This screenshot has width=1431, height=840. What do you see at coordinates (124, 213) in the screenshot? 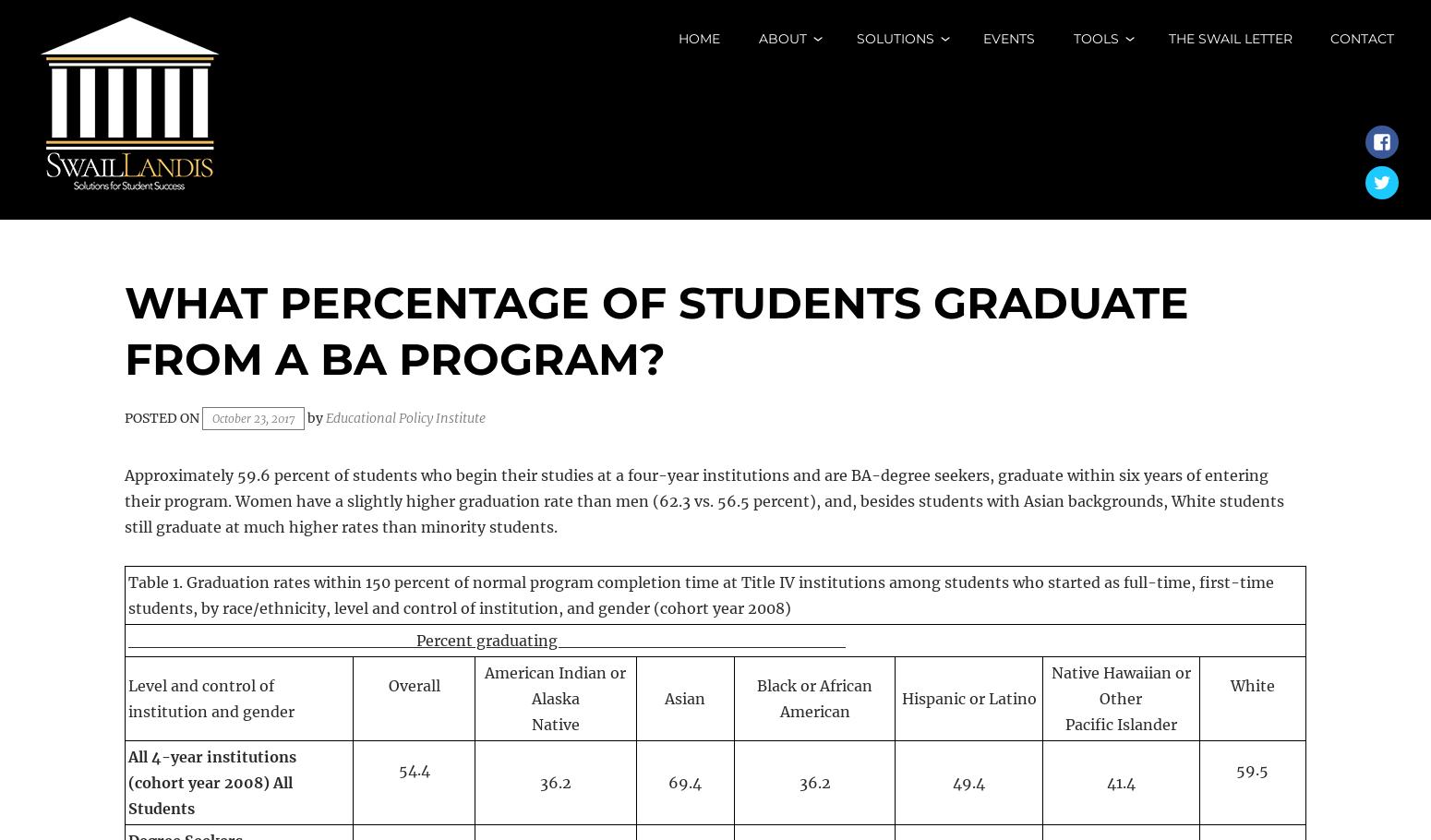
I see `'Solutions for Student Success'` at bounding box center [124, 213].